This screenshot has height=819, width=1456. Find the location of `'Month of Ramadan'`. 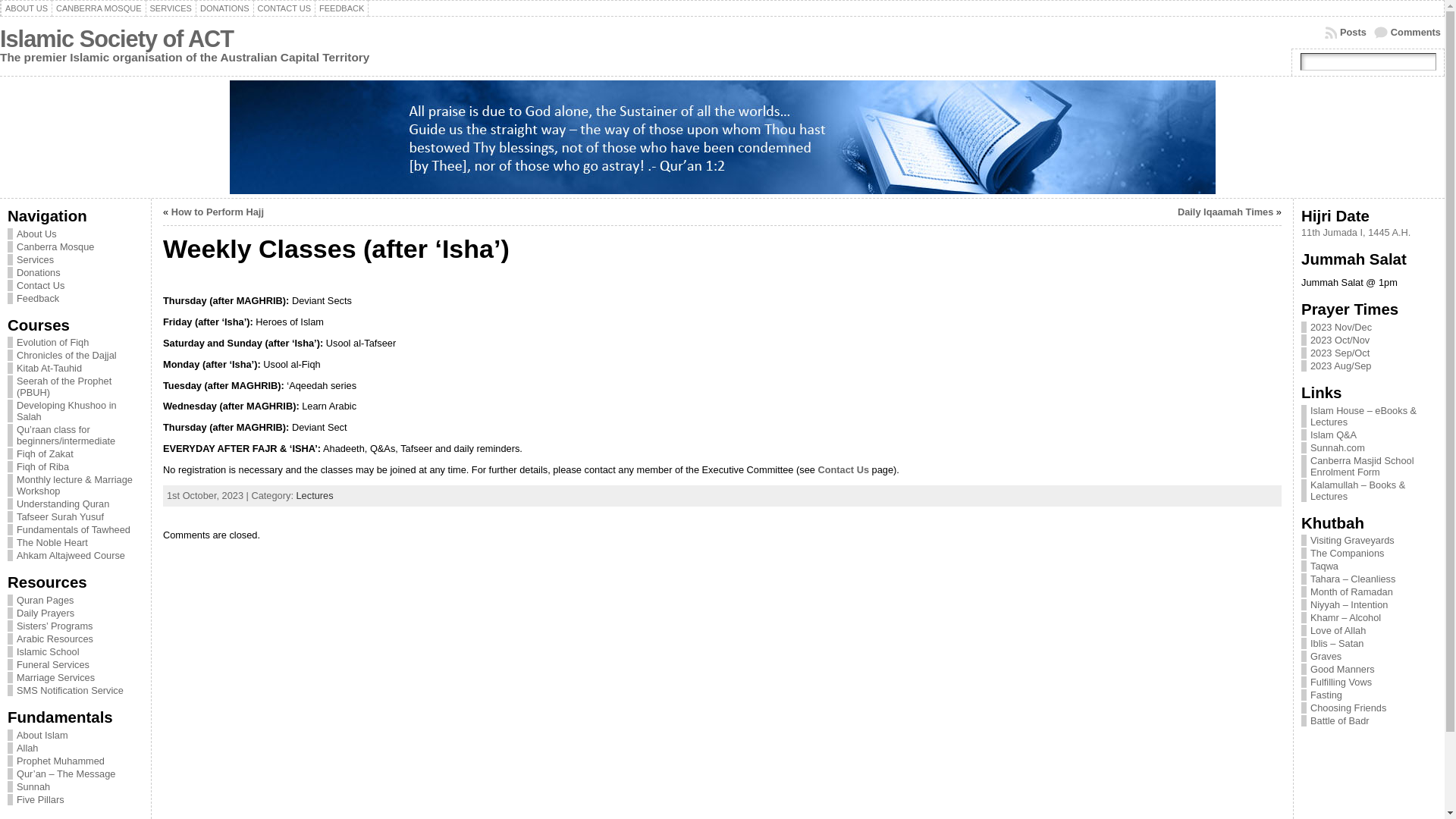

'Month of Ramadan' is located at coordinates (1351, 591).